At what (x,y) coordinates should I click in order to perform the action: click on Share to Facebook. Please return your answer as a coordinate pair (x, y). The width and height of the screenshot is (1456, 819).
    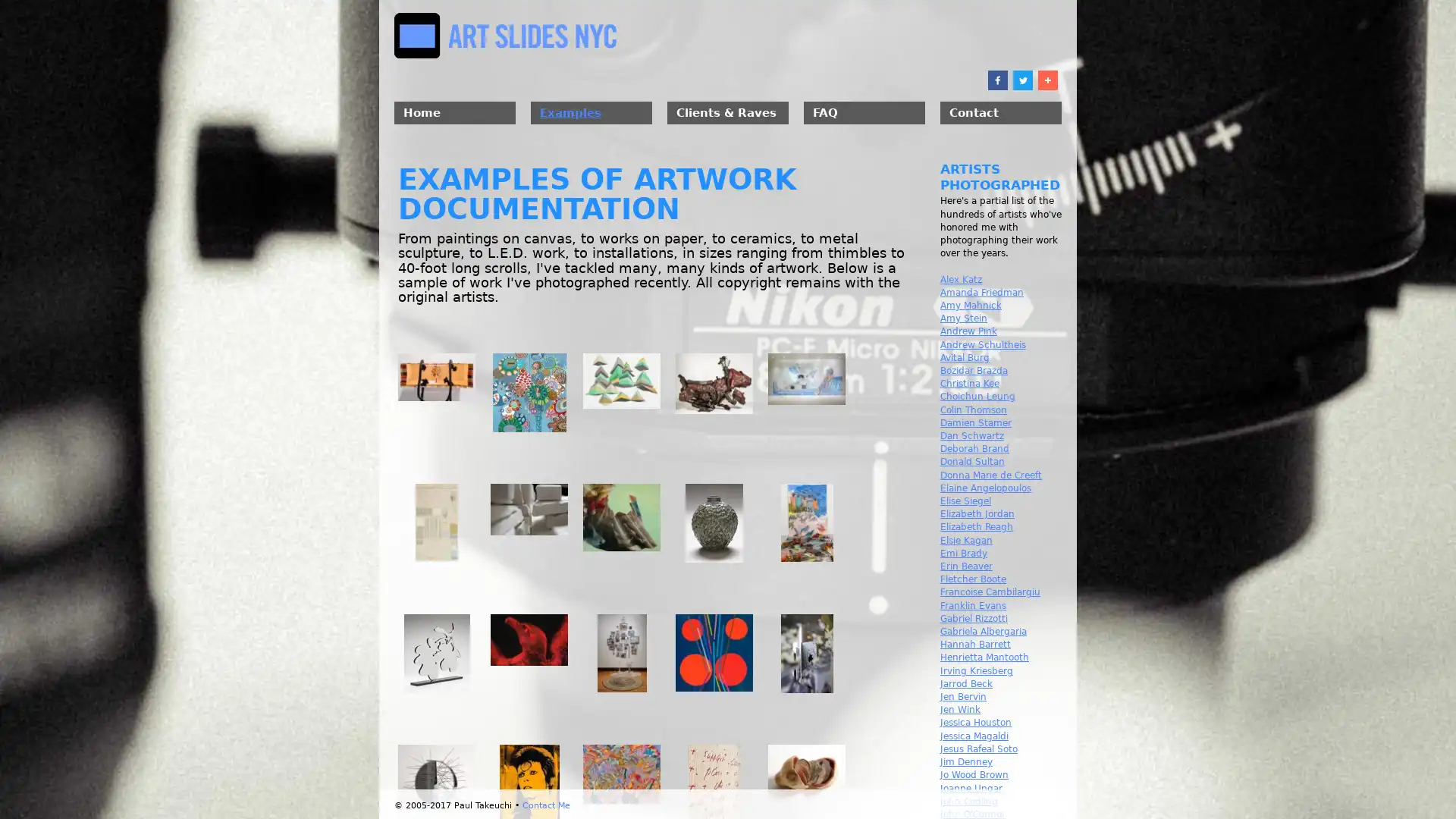
    Looking at the image, I should click on (1004, 79).